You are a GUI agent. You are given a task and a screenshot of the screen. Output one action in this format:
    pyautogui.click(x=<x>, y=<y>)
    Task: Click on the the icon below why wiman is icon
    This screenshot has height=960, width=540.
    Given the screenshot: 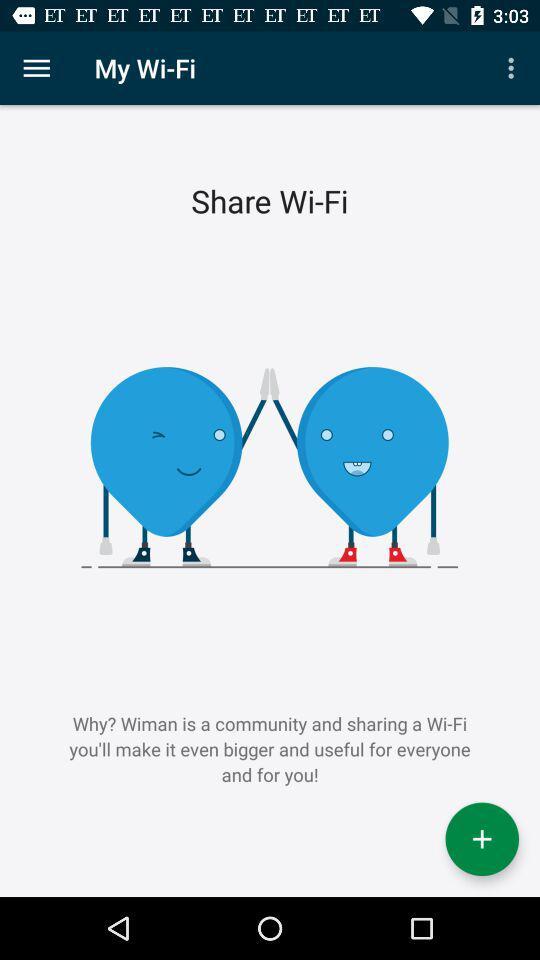 What is the action you would take?
    pyautogui.click(x=481, y=839)
    